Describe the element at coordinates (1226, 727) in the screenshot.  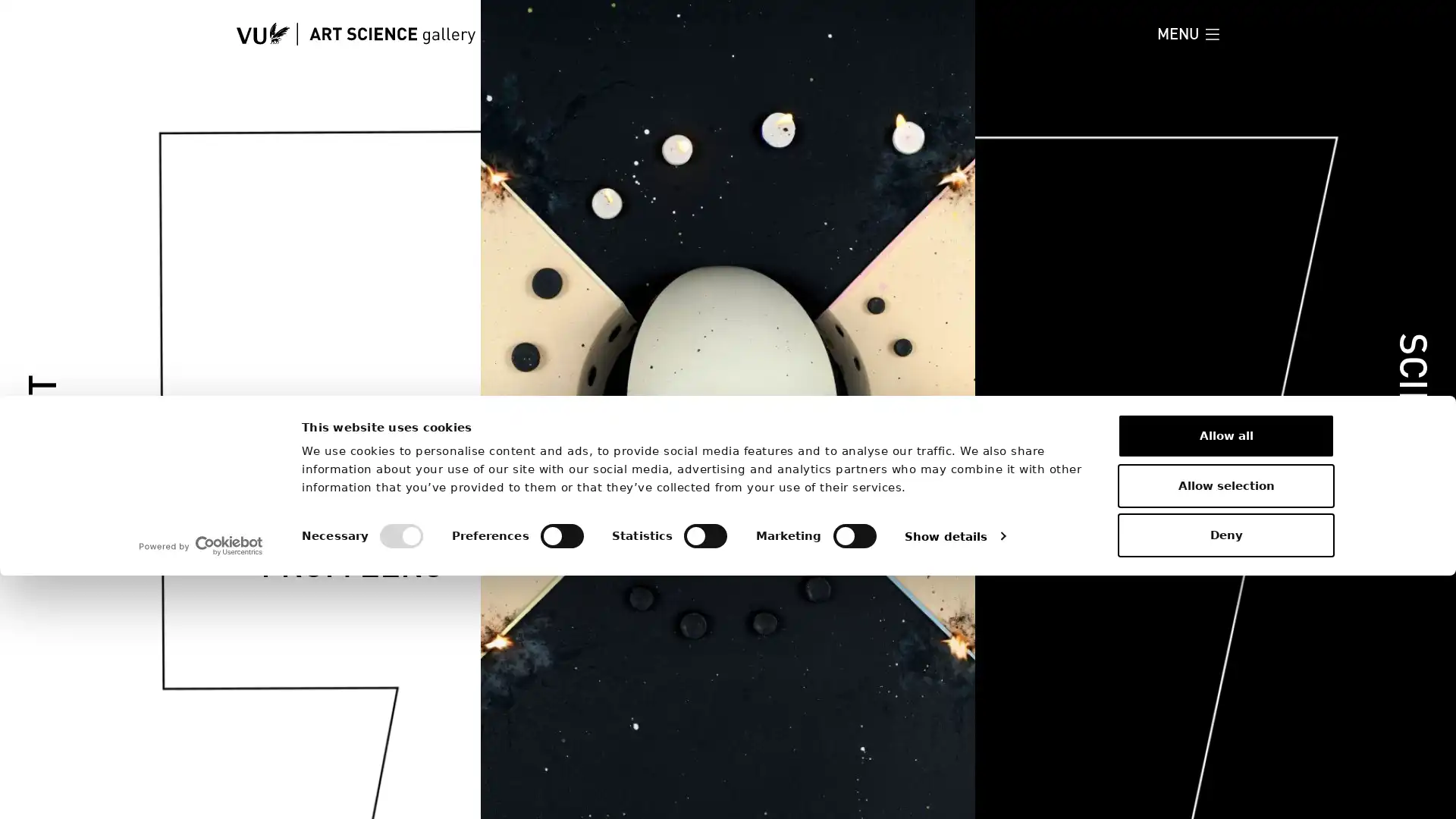
I see `Allow selection` at that location.